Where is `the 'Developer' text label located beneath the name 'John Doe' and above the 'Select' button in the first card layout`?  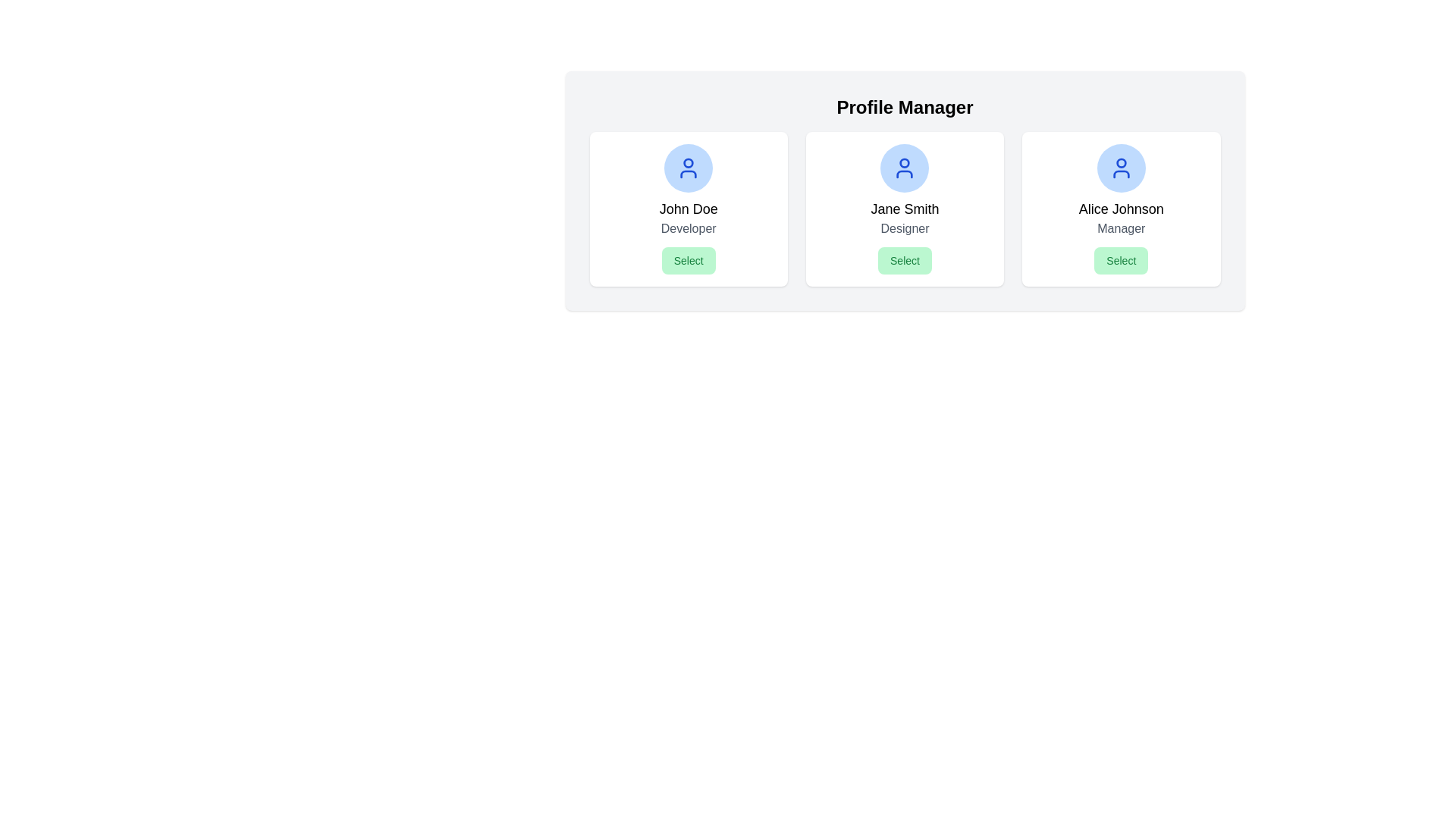 the 'Developer' text label located beneath the name 'John Doe' and above the 'Select' button in the first card layout is located at coordinates (688, 228).